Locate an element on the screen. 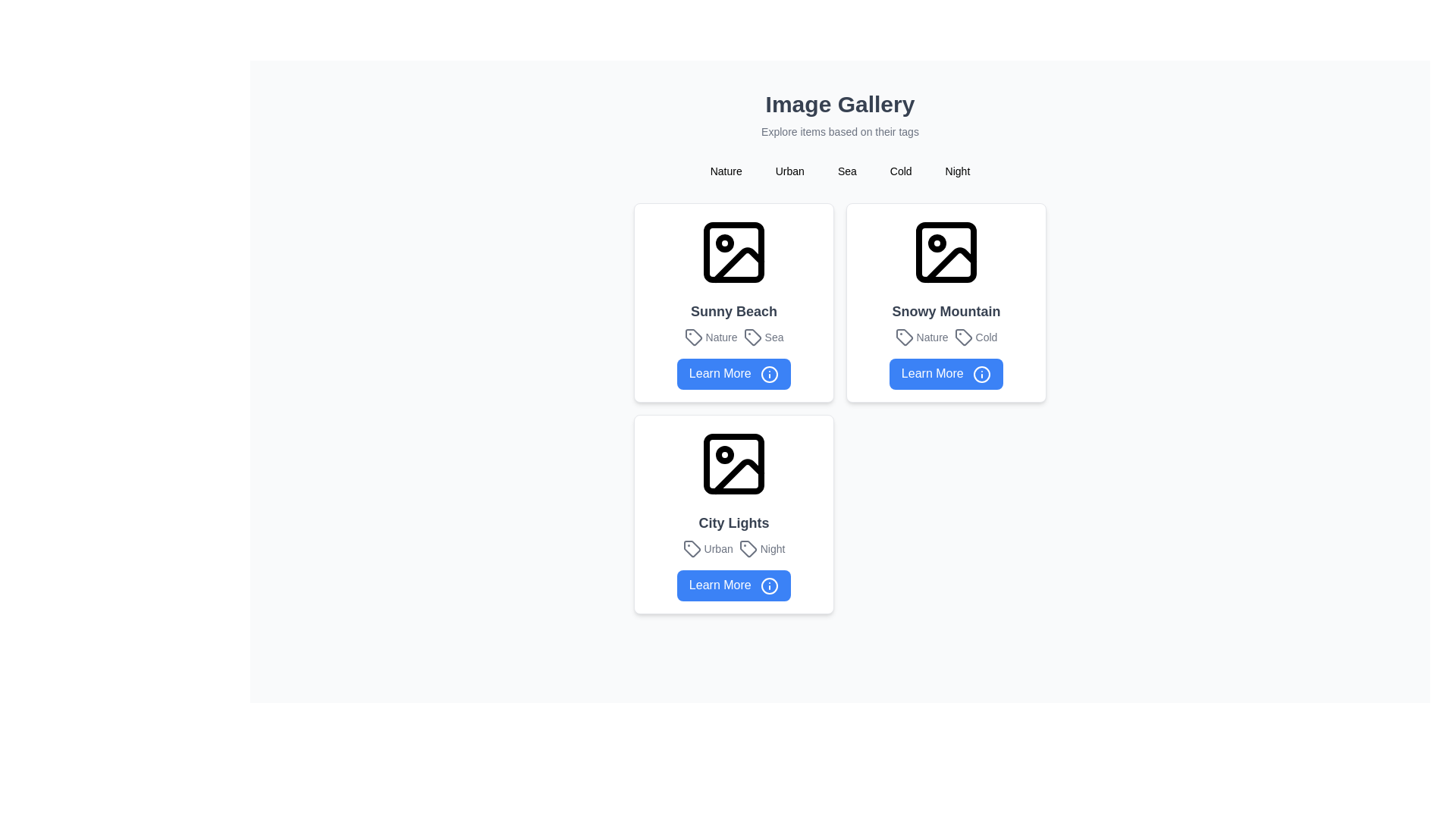 The height and width of the screenshot is (819, 1456). the 'Learn More' button with a blue background and white text, located at the bottom center of the 'City Lights' card for accessibility is located at coordinates (734, 585).